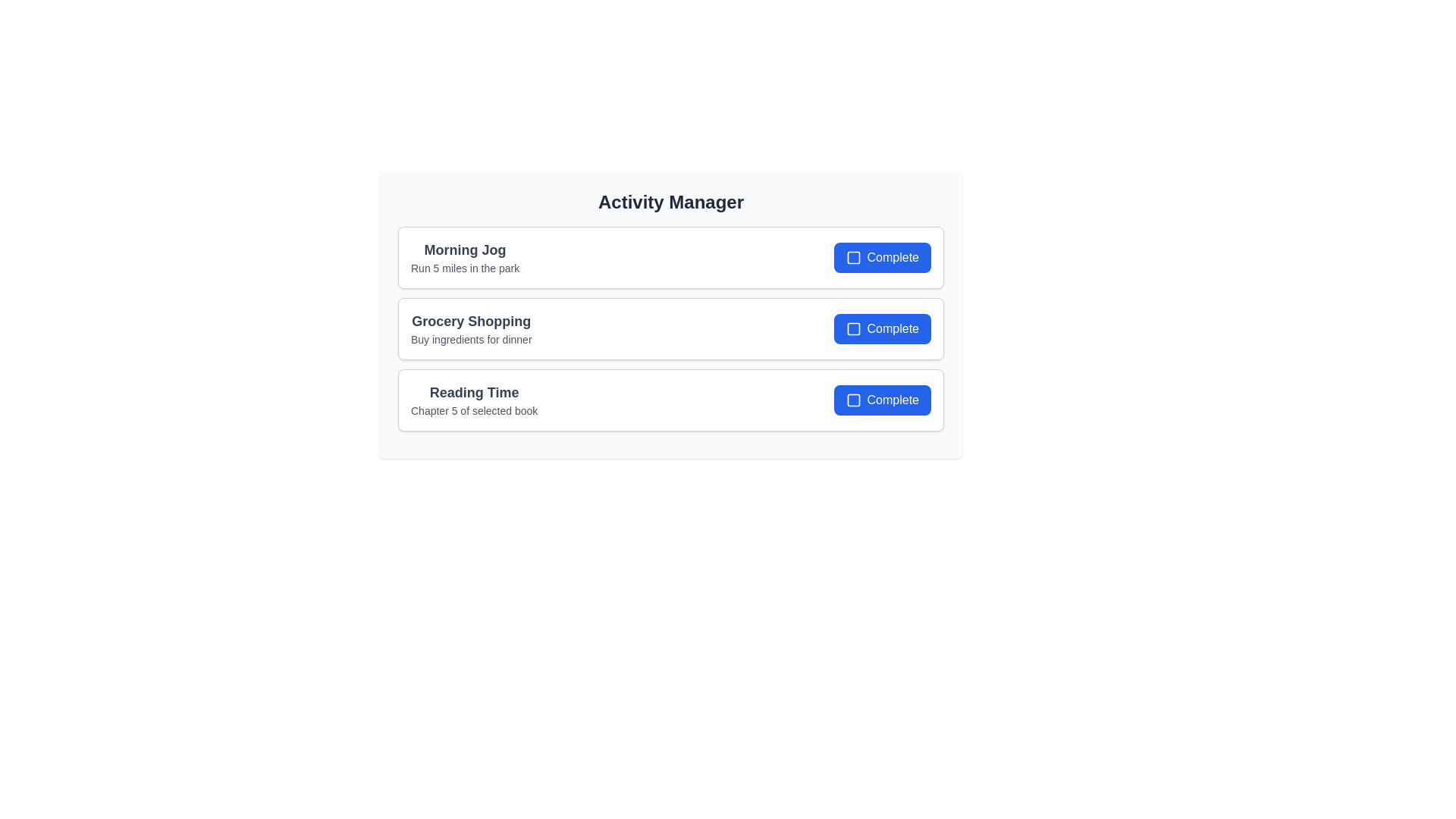  I want to click on the text label that provides contextual information about 'Chapter 5 of selected book', located below 'Reading Time', so click(473, 411).